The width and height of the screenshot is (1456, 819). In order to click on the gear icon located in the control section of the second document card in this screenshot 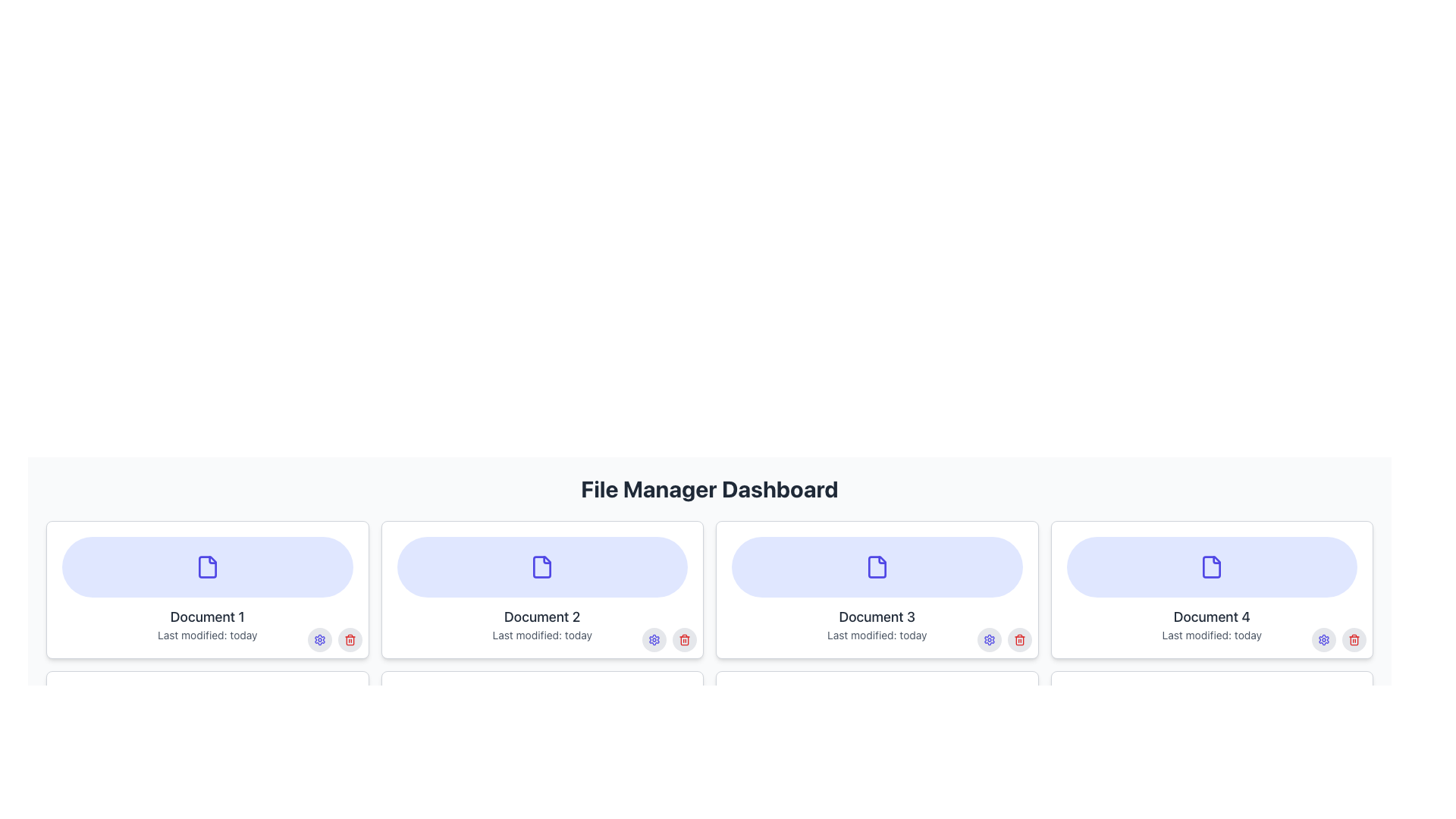, I will do `click(318, 640)`.